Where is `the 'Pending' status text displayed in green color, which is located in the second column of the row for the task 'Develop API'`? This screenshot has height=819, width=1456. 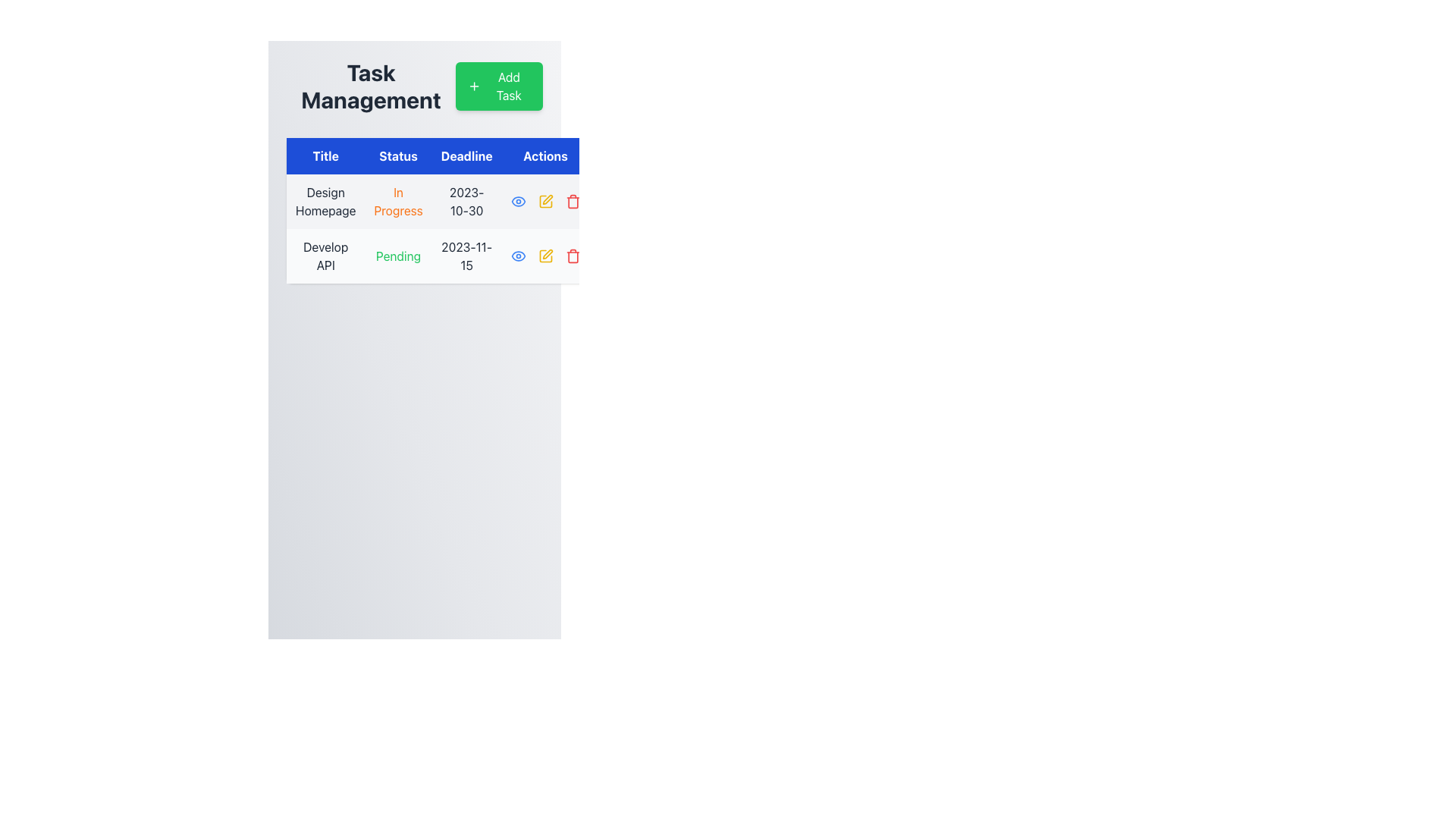
the 'Pending' status text displayed in green color, which is located in the second column of the row for the task 'Develop API' is located at coordinates (398, 256).